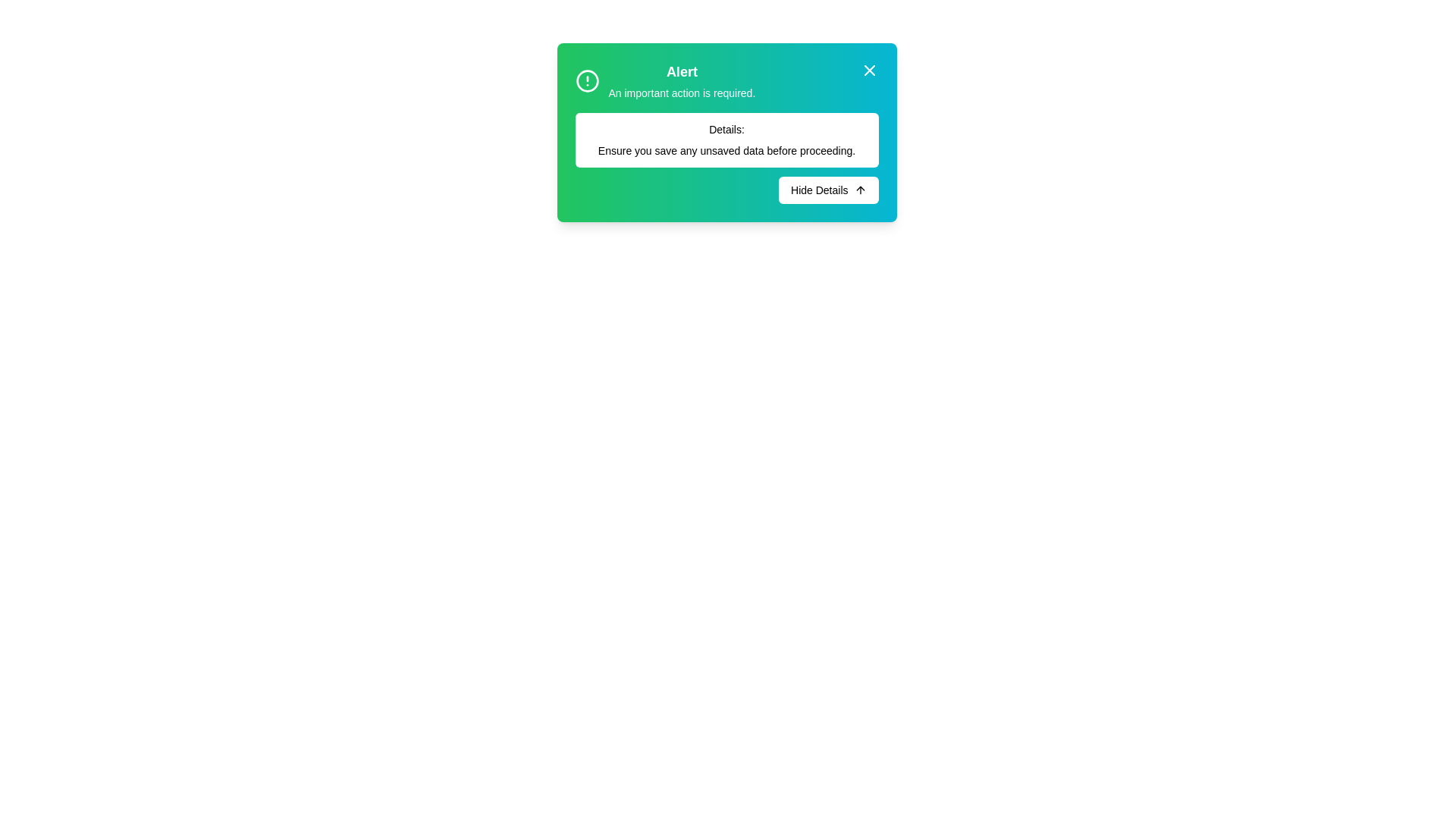 This screenshot has height=819, width=1456. I want to click on the Notification header with icon and text, so click(665, 81).